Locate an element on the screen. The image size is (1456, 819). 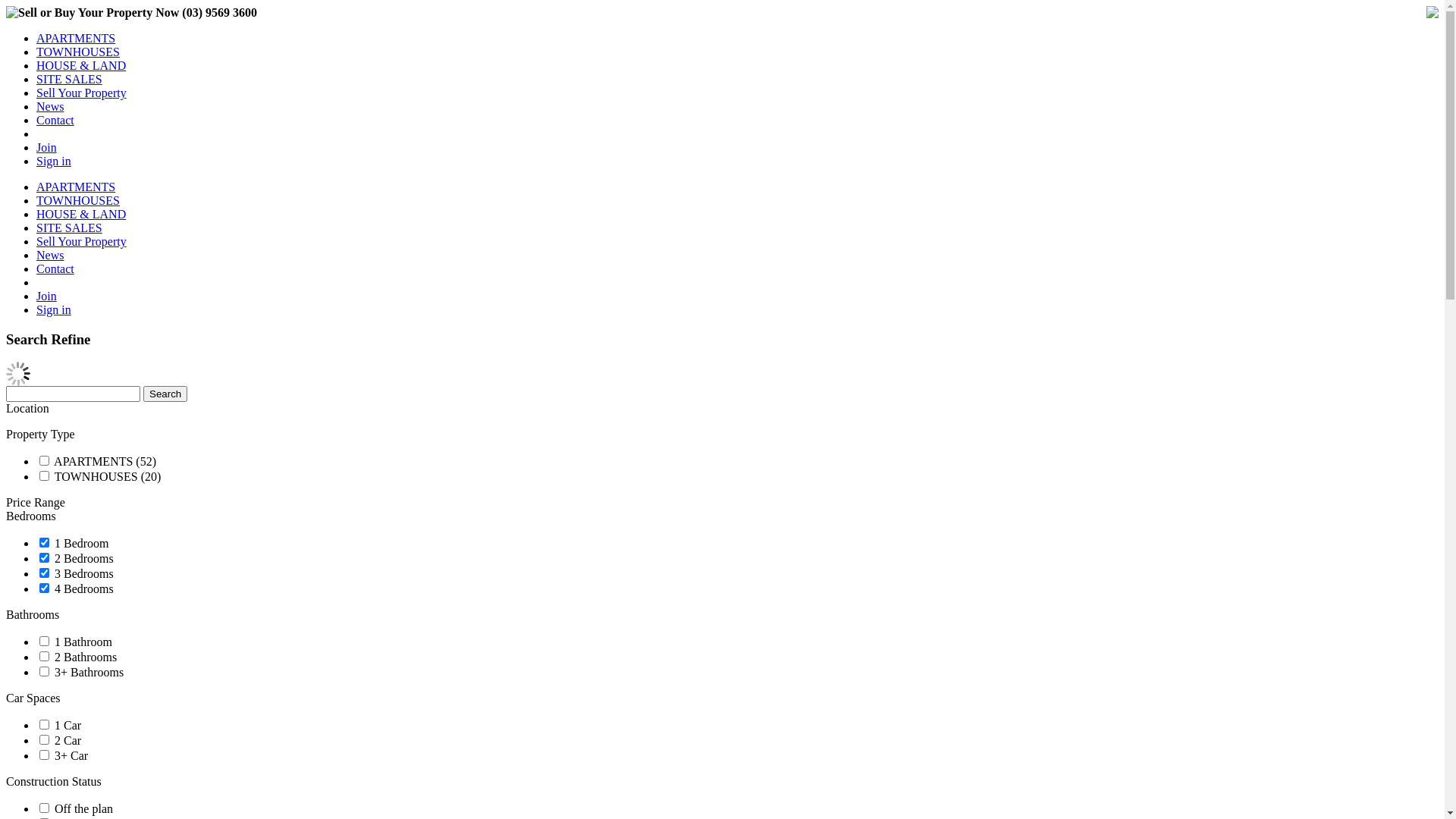
'TOWNHOUSES' is located at coordinates (77, 51).